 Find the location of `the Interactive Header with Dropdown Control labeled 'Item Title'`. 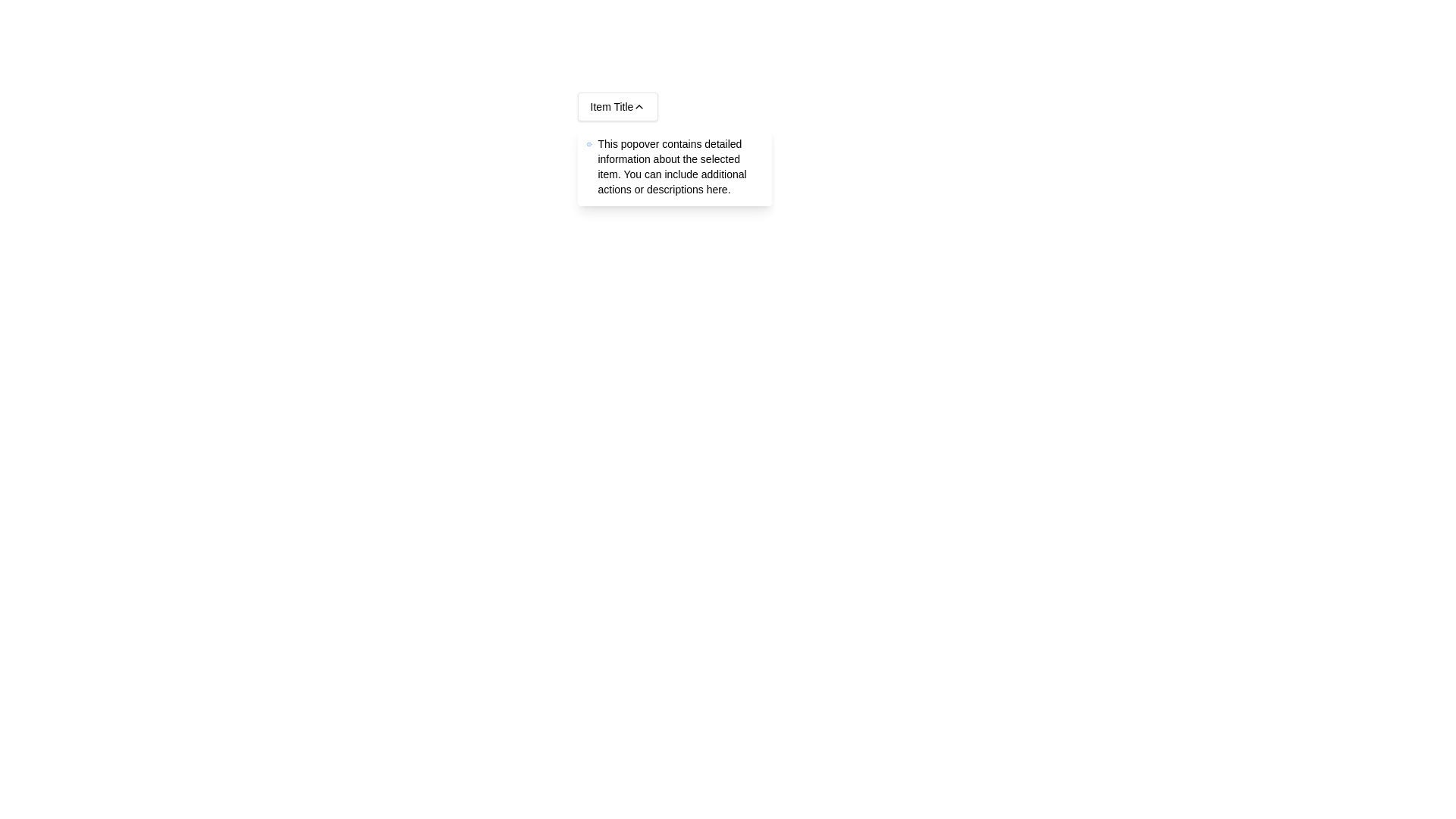

the Interactive Header with Dropdown Control labeled 'Item Title' is located at coordinates (618, 106).